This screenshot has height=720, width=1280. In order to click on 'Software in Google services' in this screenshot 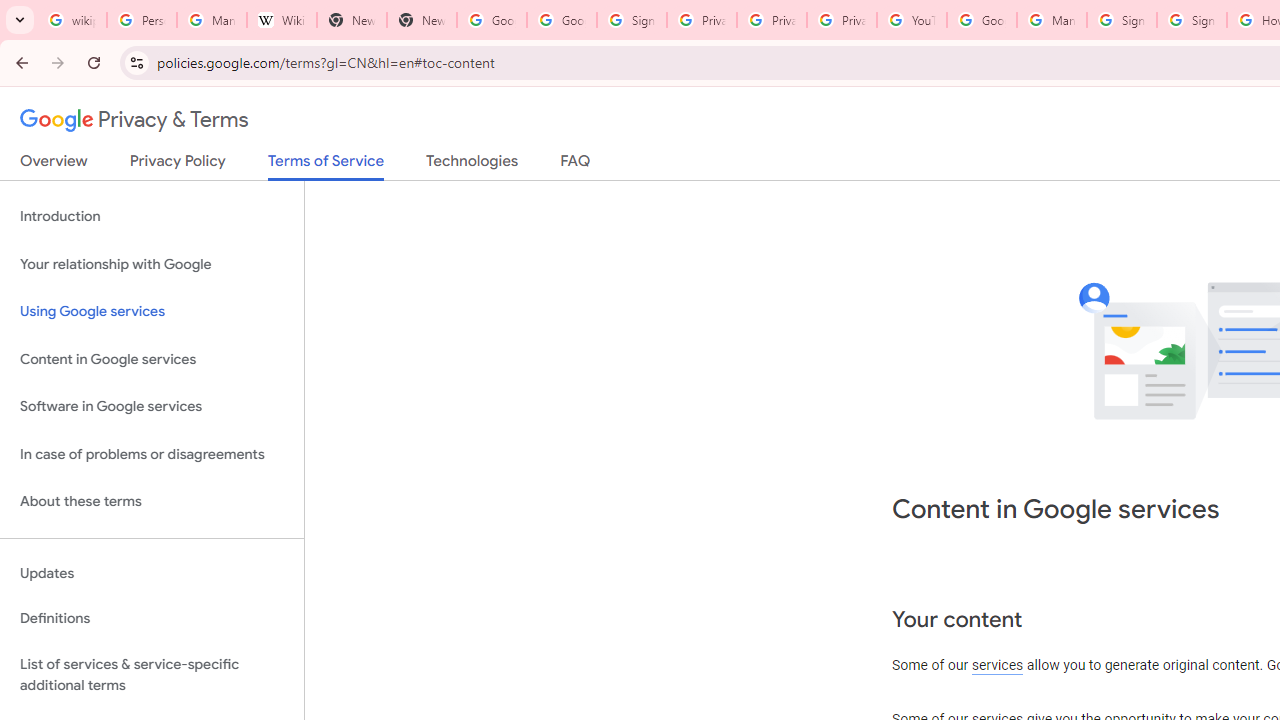, I will do `click(151, 406)`.